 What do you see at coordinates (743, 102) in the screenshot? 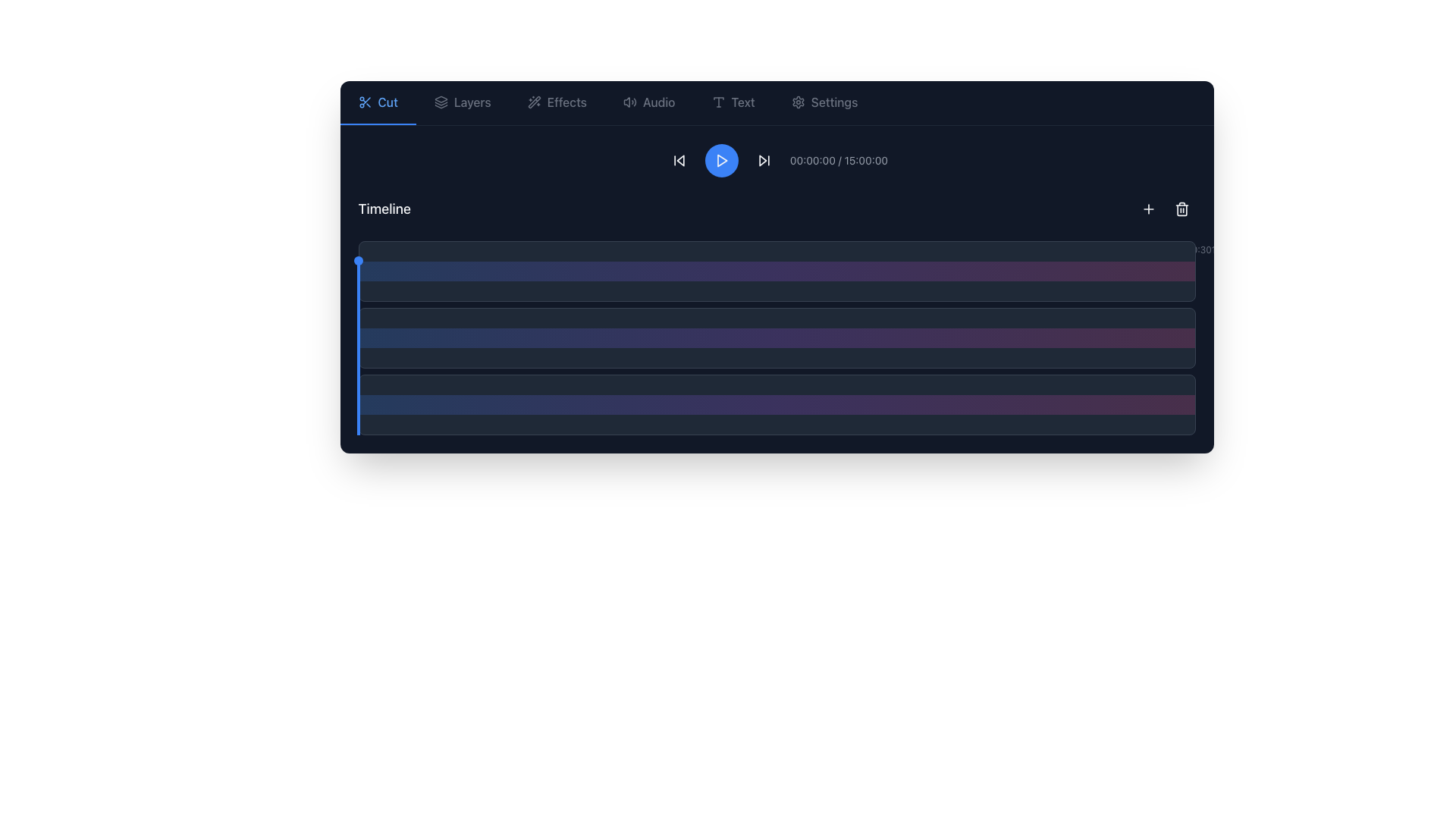
I see `the 'Text' label in the horizontal navigation bar` at bounding box center [743, 102].